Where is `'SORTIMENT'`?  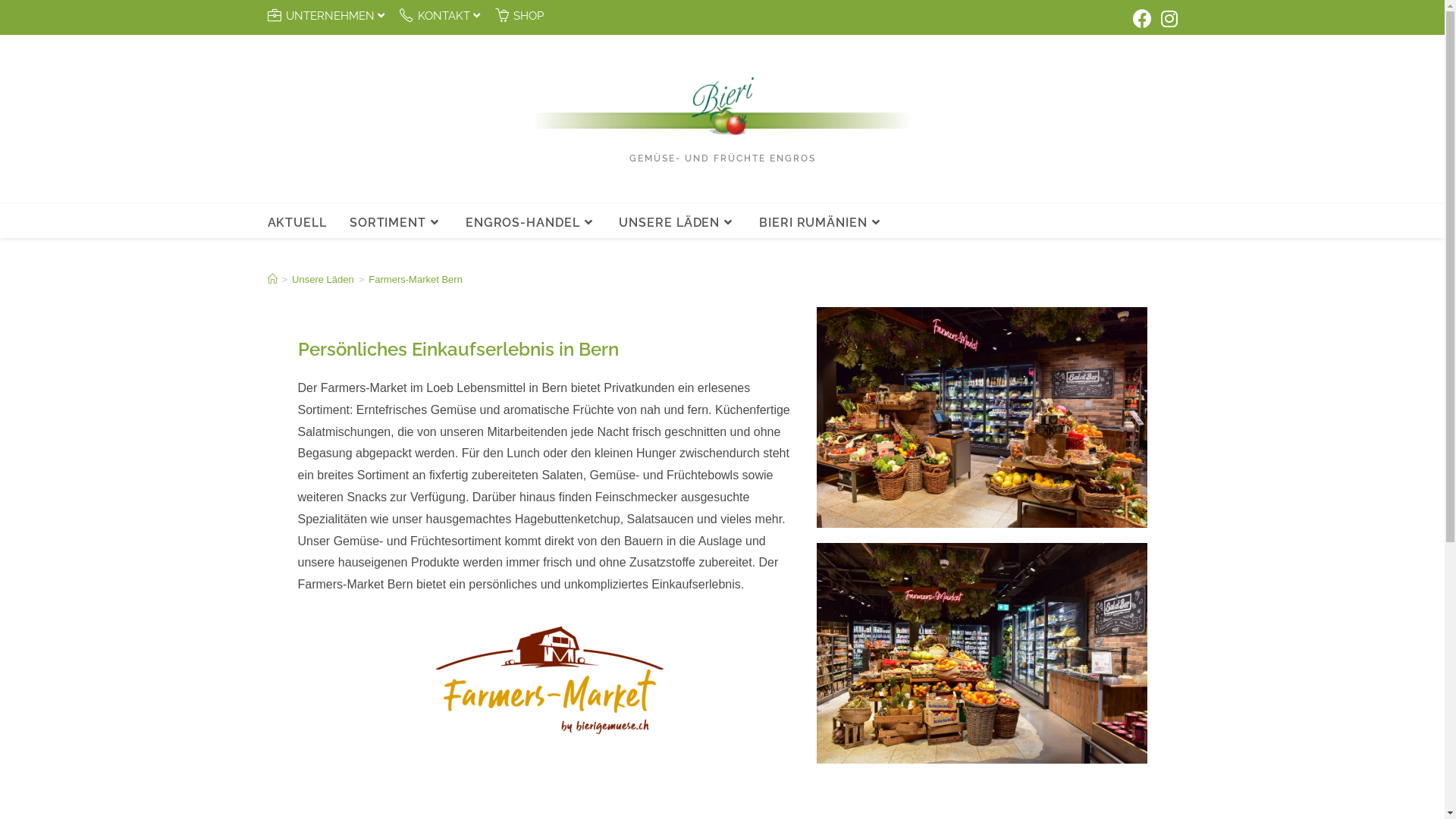 'SORTIMENT' is located at coordinates (396, 222).